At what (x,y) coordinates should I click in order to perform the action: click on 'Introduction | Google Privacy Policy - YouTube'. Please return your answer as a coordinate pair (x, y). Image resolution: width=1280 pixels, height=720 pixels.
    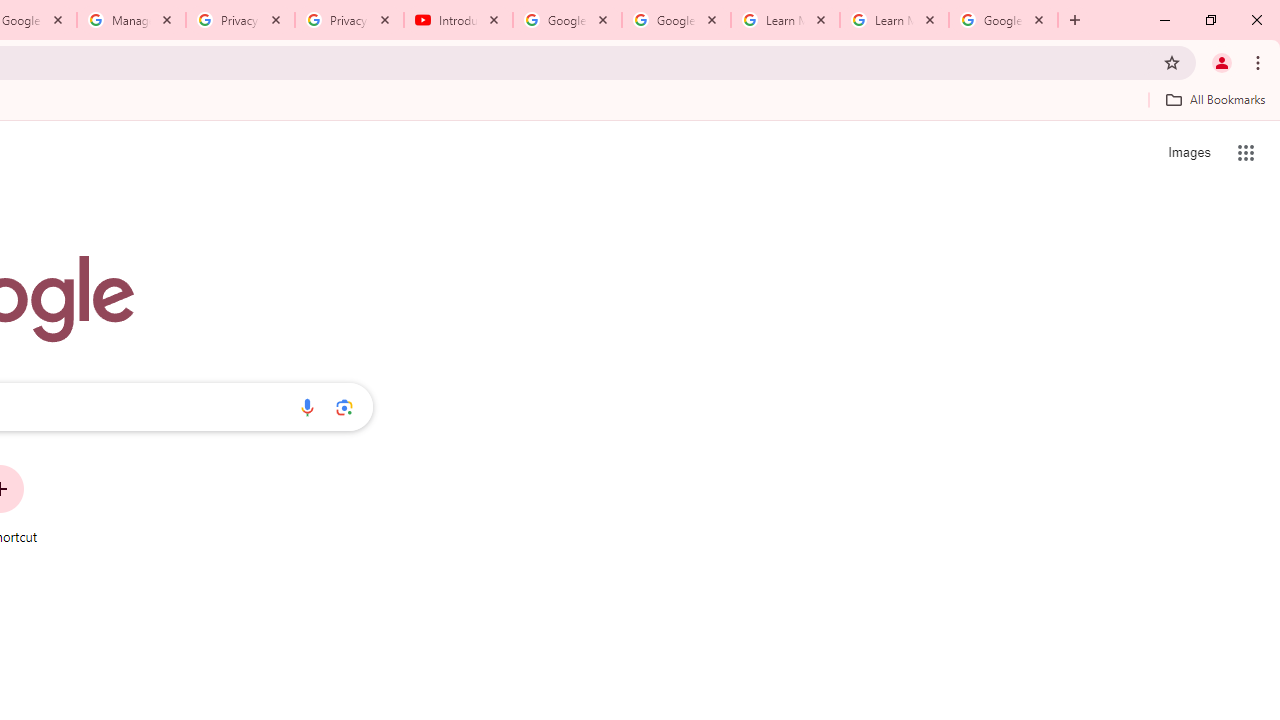
    Looking at the image, I should click on (457, 20).